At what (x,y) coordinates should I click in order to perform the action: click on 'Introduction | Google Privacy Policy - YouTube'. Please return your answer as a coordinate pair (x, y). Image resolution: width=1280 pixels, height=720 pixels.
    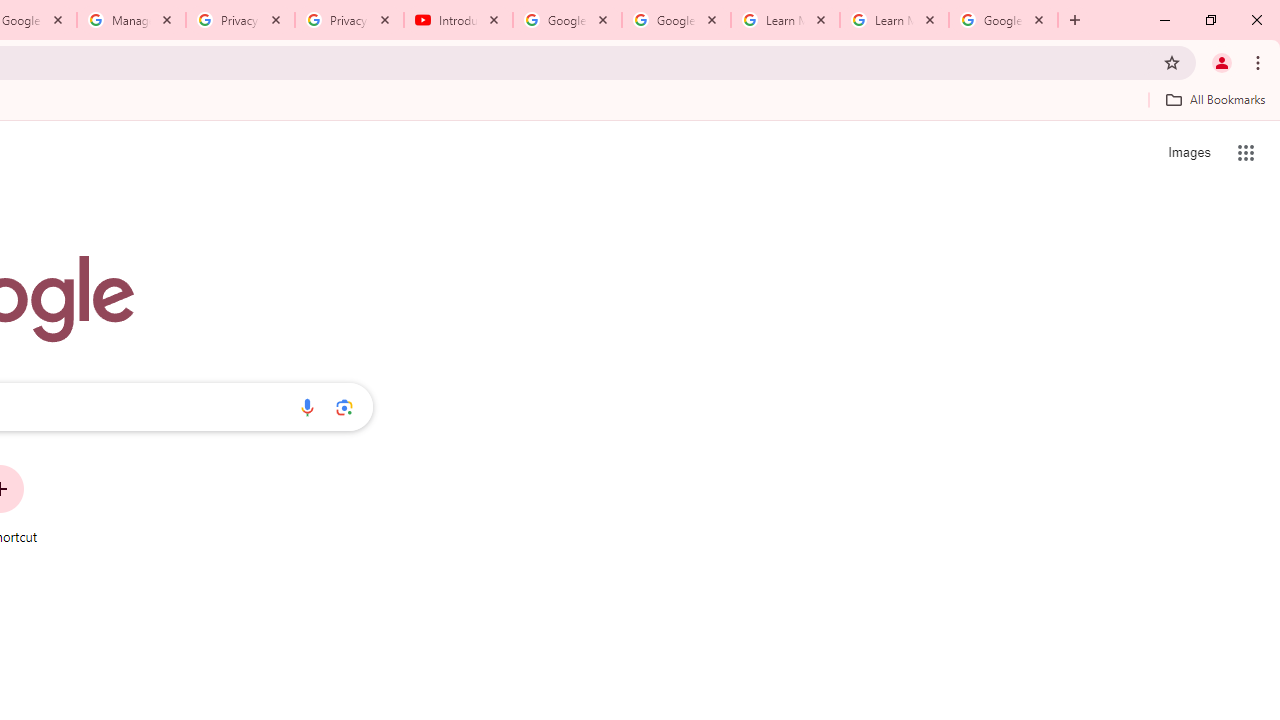
    Looking at the image, I should click on (457, 20).